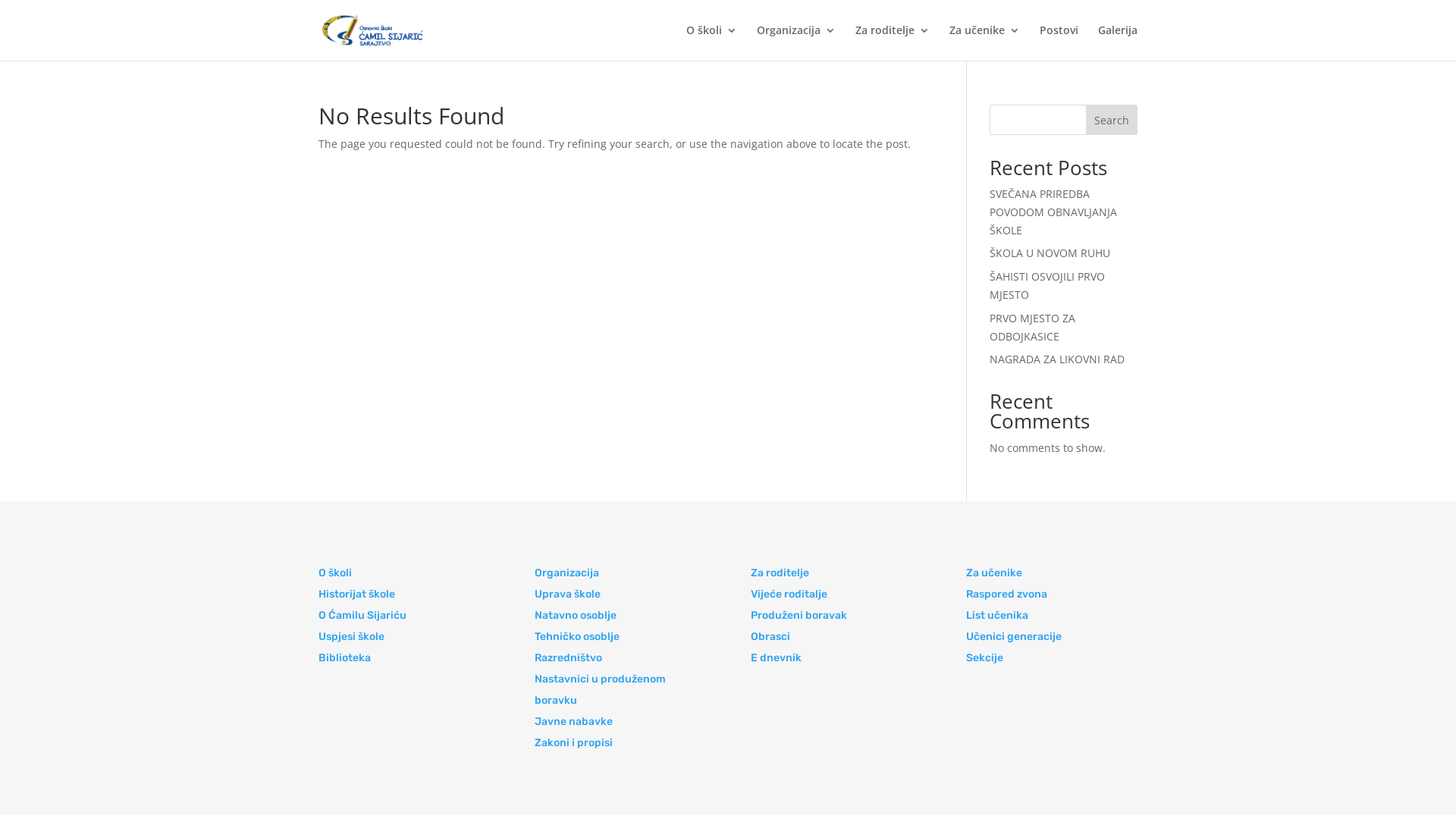 This screenshot has width=1456, height=819. What do you see at coordinates (574, 615) in the screenshot?
I see `'Natavno osoblje'` at bounding box center [574, 615].